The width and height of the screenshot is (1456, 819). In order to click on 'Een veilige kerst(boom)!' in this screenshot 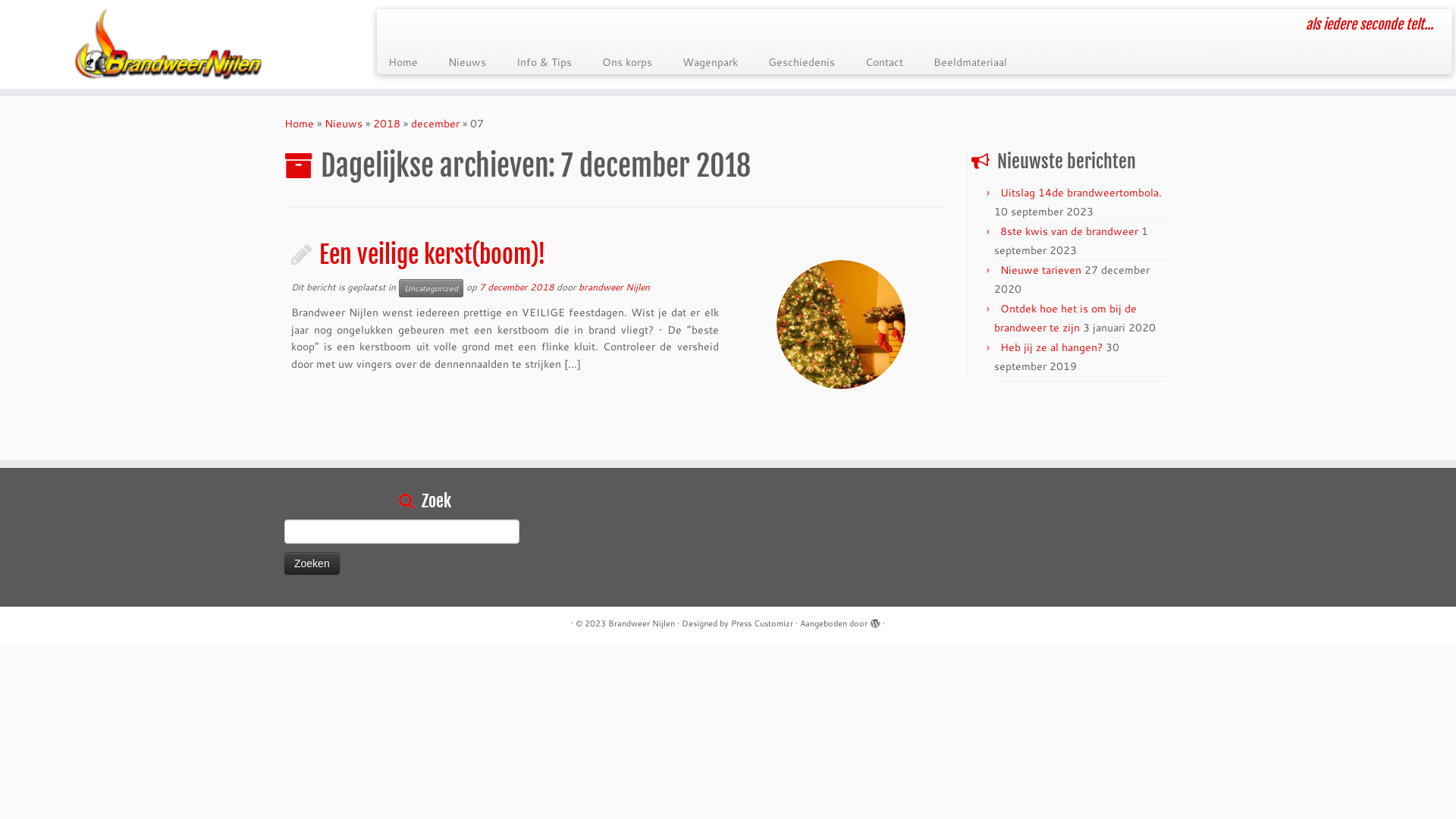, I will do `click(431, 253)`.